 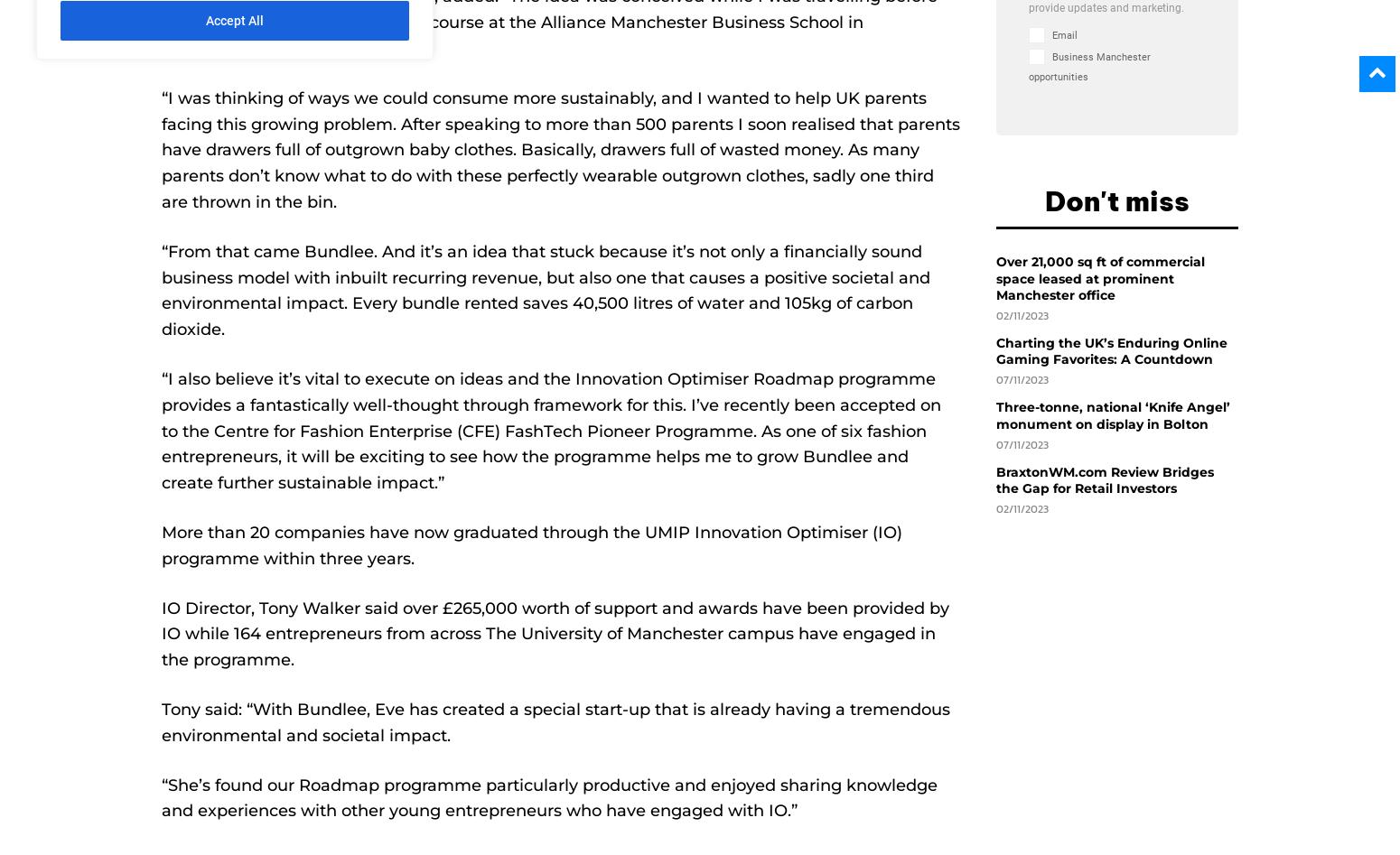 I want to click on 'Always Active', so click(x=319, y=237).